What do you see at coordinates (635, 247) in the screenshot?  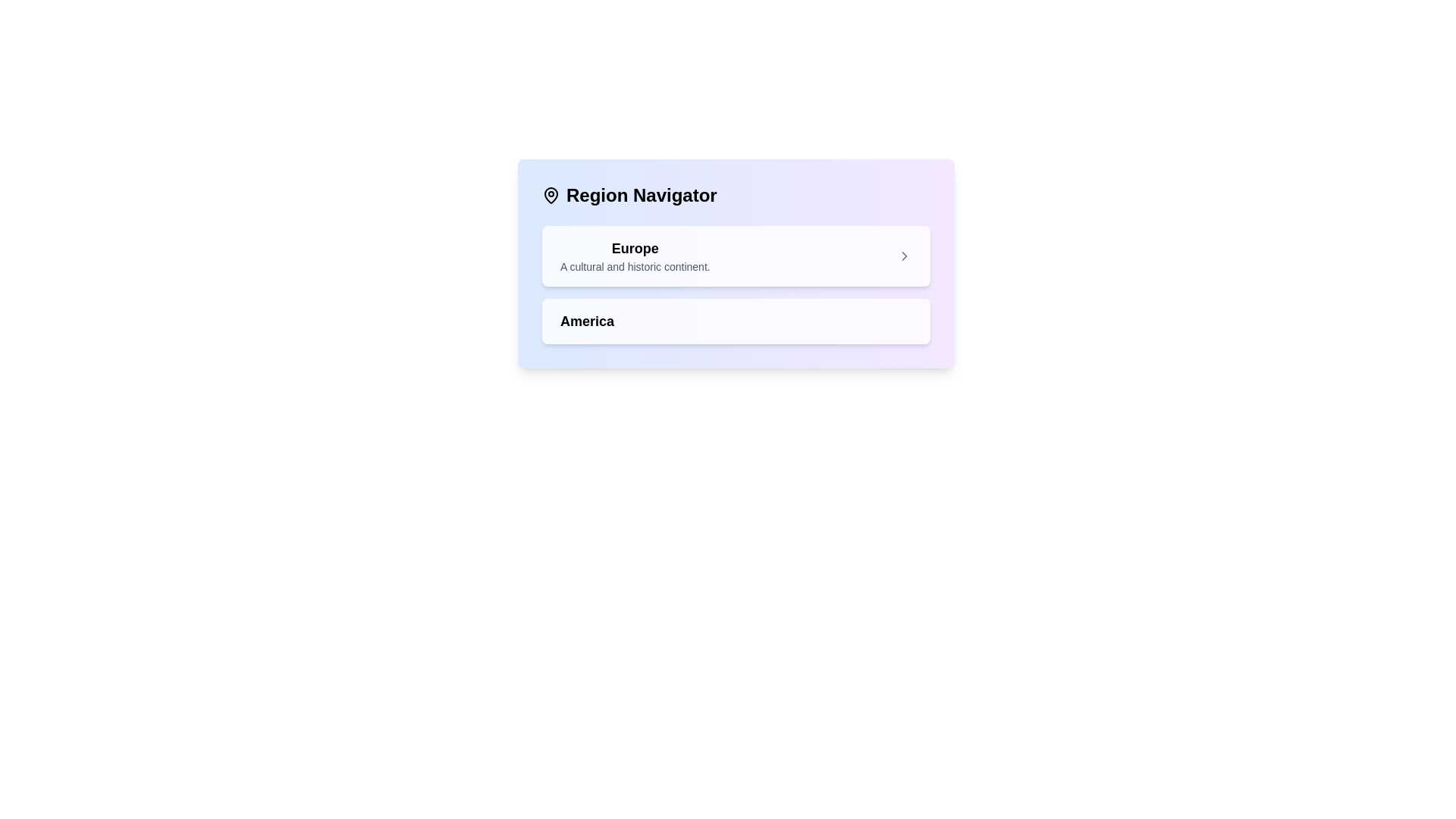 I see `text content of the 'Europe' label, which is the first and larger text entry in the 'Region Navigator' section` at bounding box center [635, 247].